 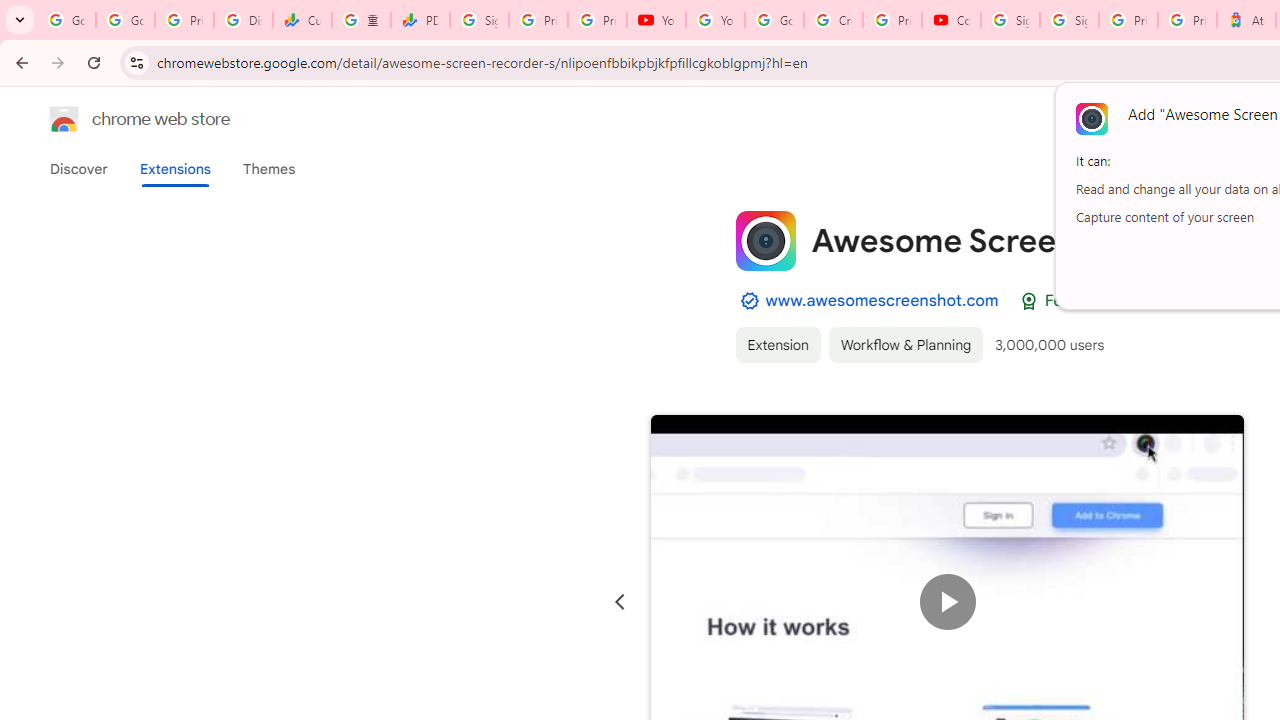 What do you see at coordinates (946, 601) in the screenshot?
I see `'Item media 1 video'` at bounding box center [946, 601].